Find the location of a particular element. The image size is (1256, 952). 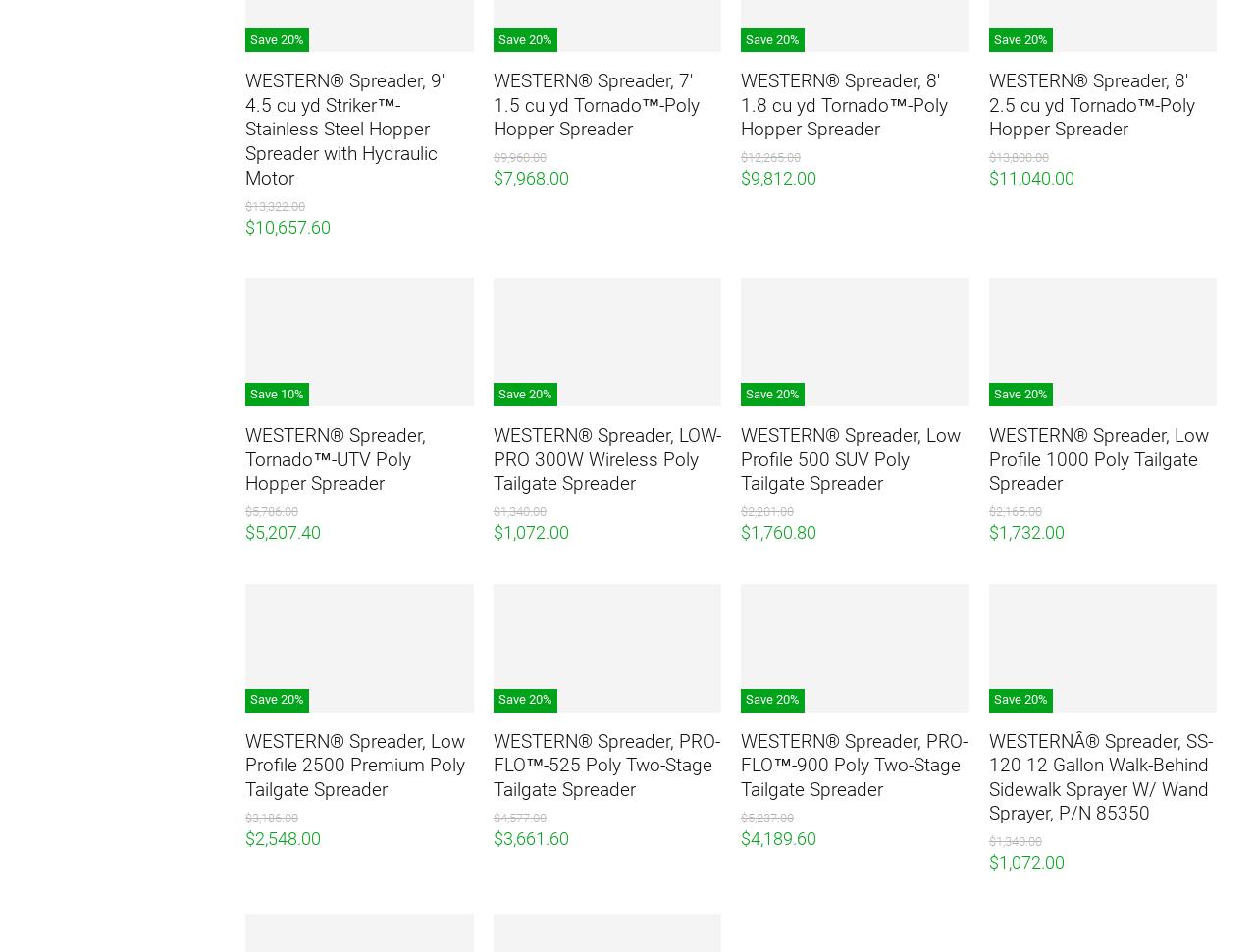

'$1,760.80' is located at coordinates (777, 531).